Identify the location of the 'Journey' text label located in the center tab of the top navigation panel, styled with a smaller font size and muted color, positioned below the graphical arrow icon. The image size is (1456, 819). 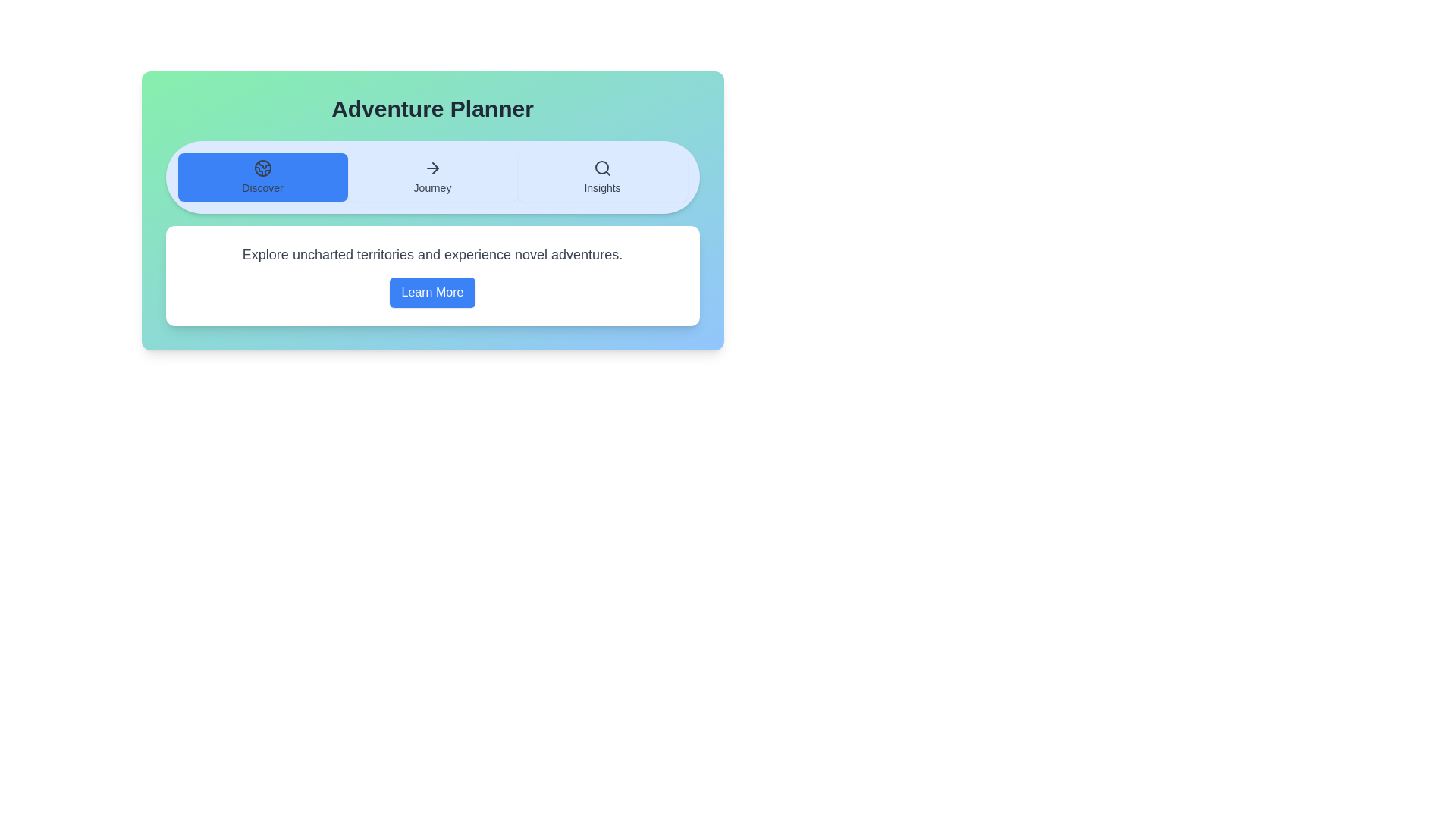
(431, 187).